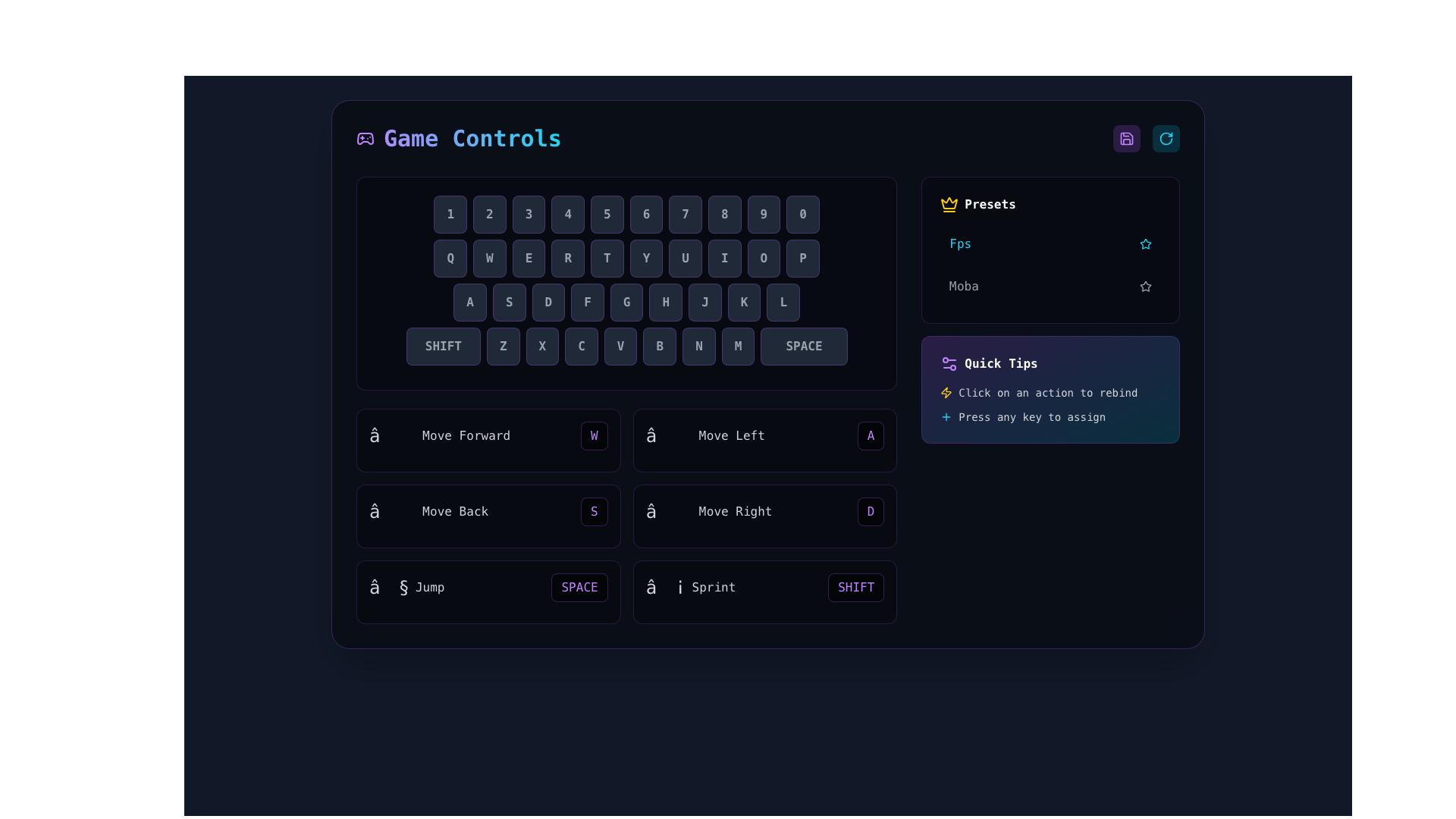  I want to click on the button with a dark-gray background and an uppercase 'I' in the center to simulate pressing the 'I' key on the virtual keyboard, so click(723, 257).